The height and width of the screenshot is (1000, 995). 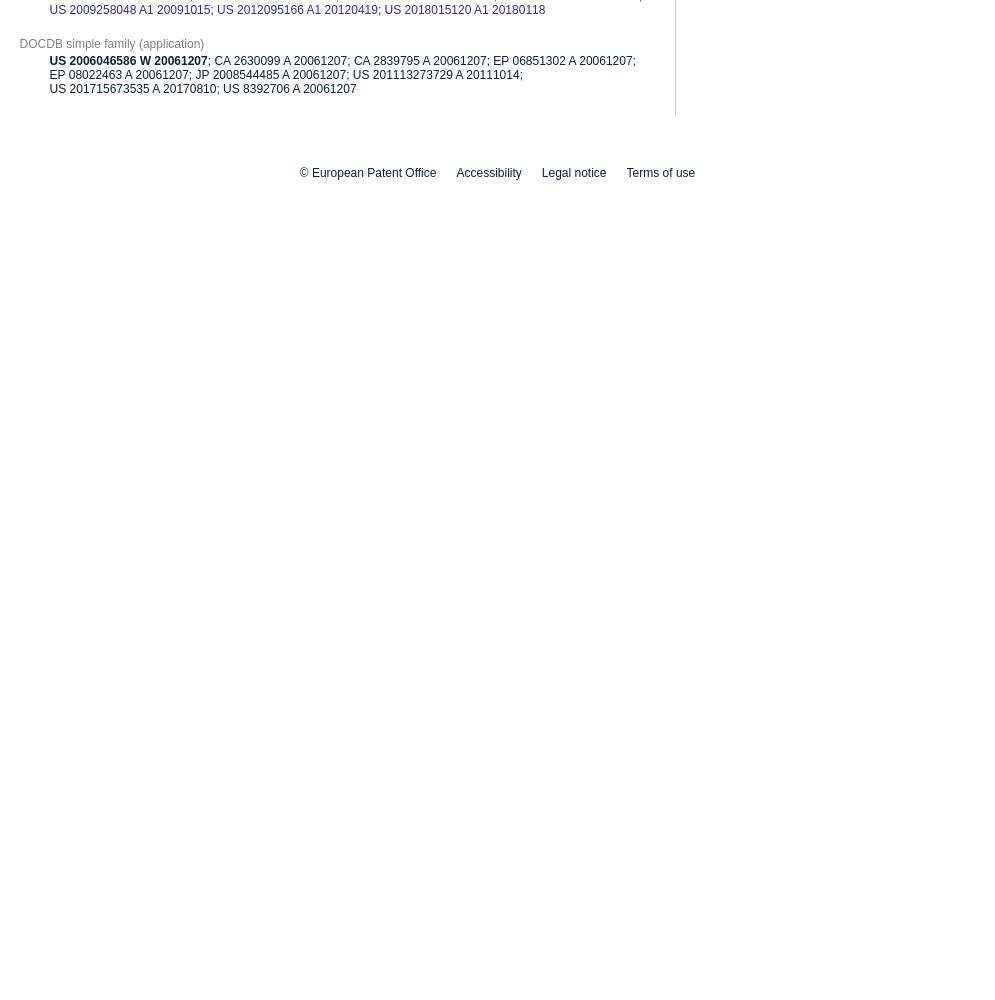 I want to click on 'US 2018015120 A1 20180118', so click(x=464, y=9).